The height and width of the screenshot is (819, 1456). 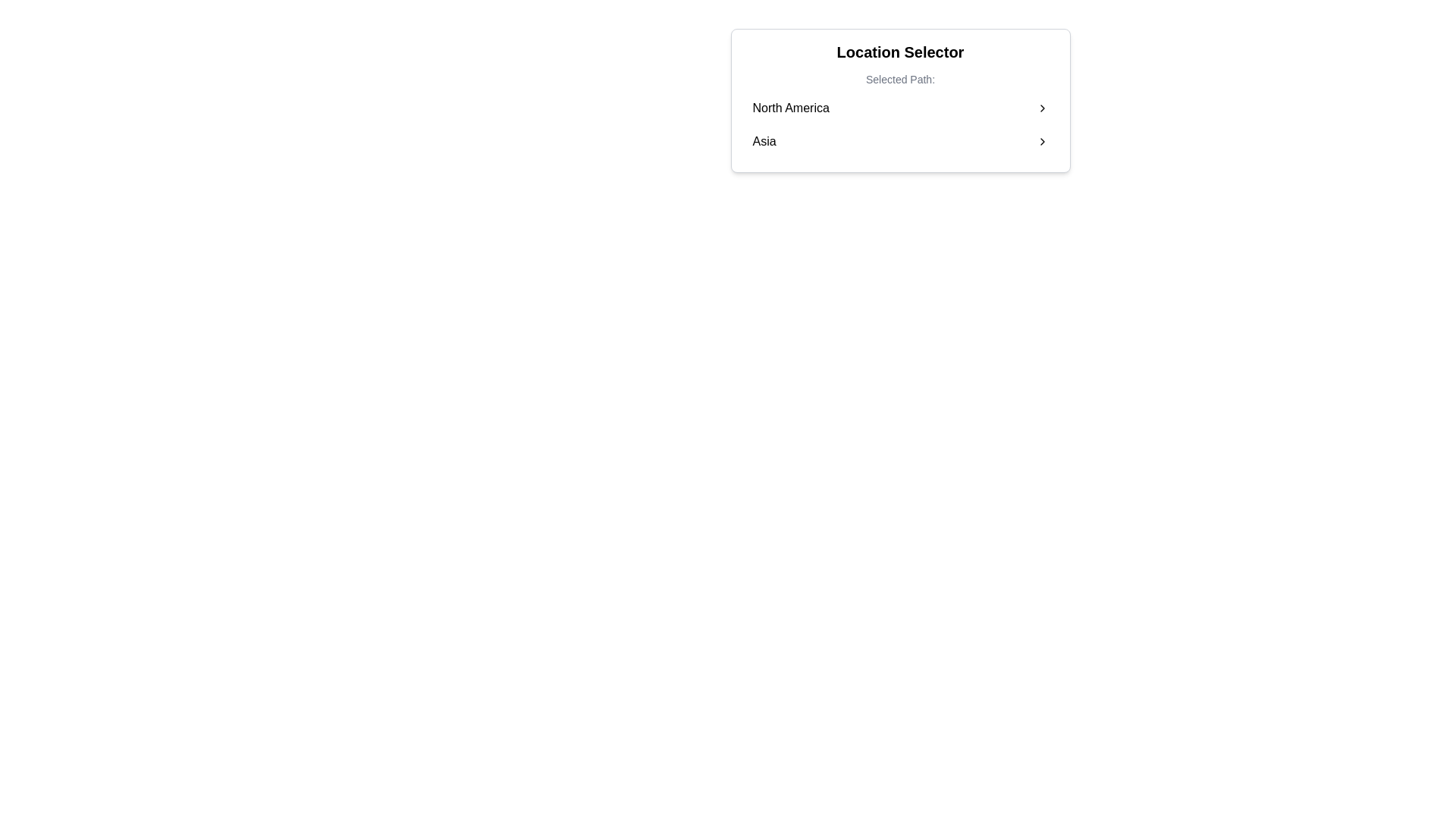 I want to click on the right-facing chevron icon that indicates forward navigation next to the 'Asia' option in the location selector interface, so click(x=1041, y=141).